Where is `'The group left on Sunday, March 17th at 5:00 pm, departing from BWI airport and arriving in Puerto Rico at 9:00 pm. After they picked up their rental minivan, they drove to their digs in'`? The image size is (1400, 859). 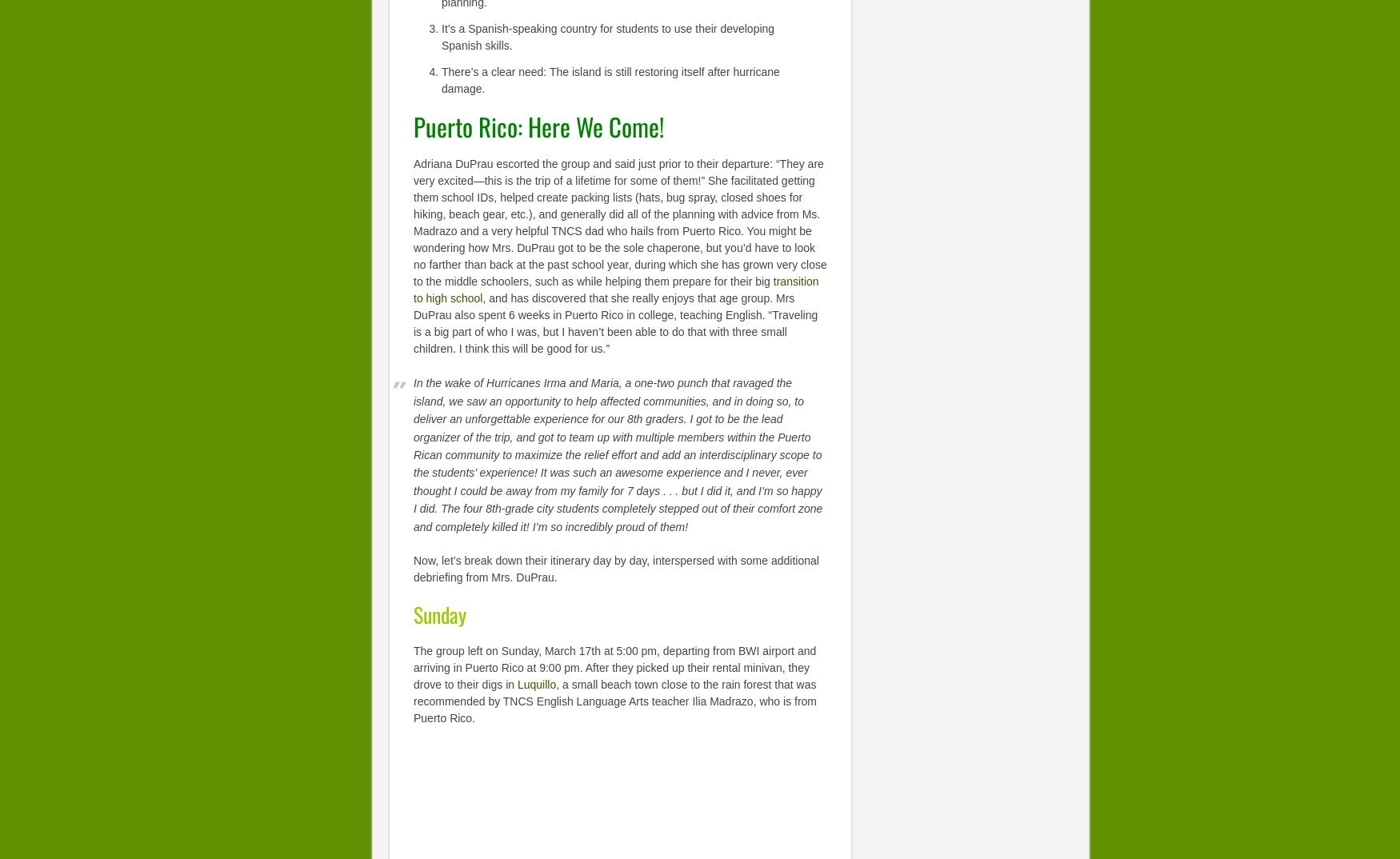 'The group left on Sunday, March 17th at 5:00 pm, departing from BWI airport and arriving in Puerto Rico at 9:00 pm. After they picked up their rental minivan, they drove to their digs in' is located at coordinates (614, 668).